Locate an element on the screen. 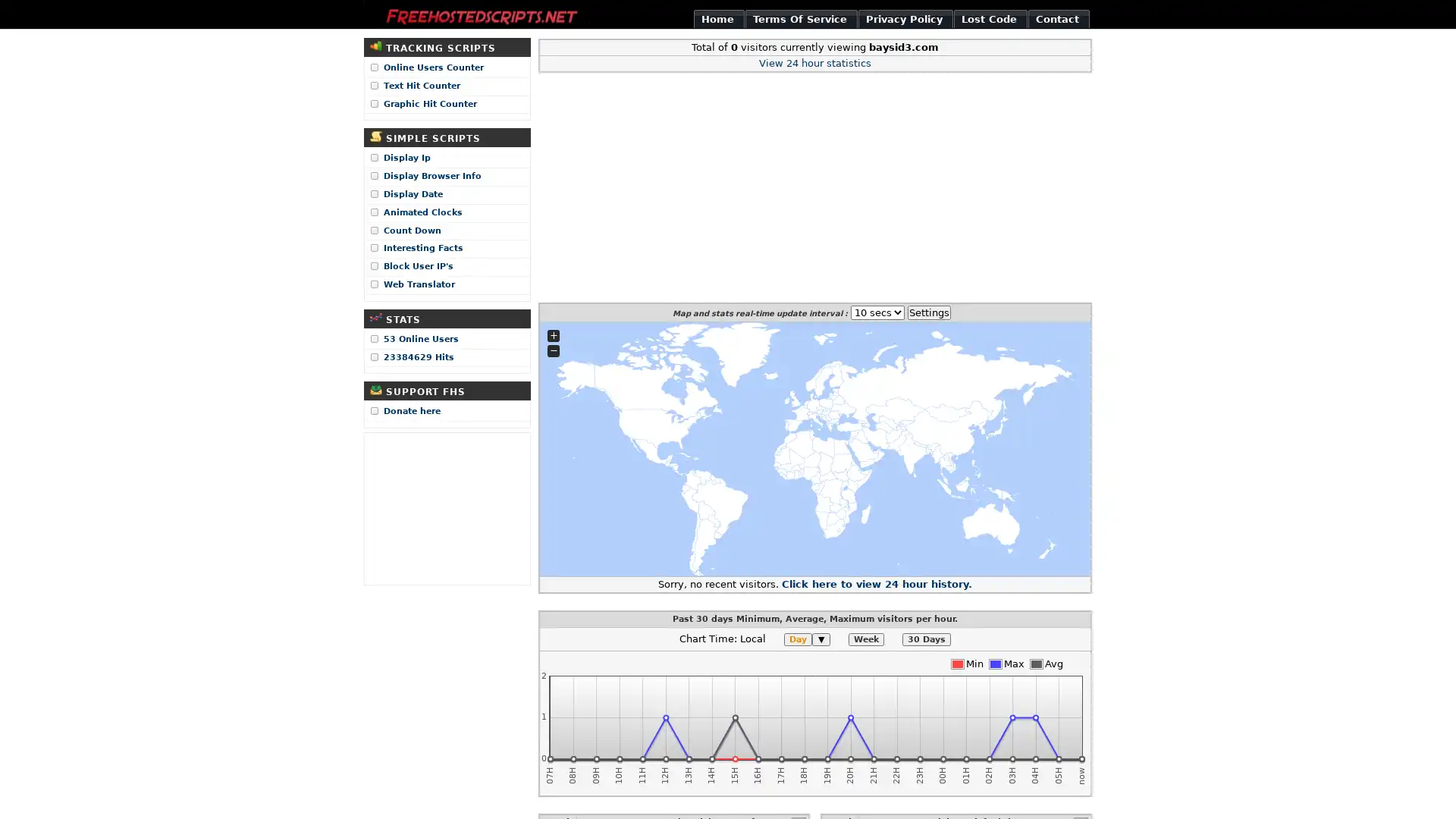 The image size is (1456, 819). 30 Days is located at coordinates (926, 639).